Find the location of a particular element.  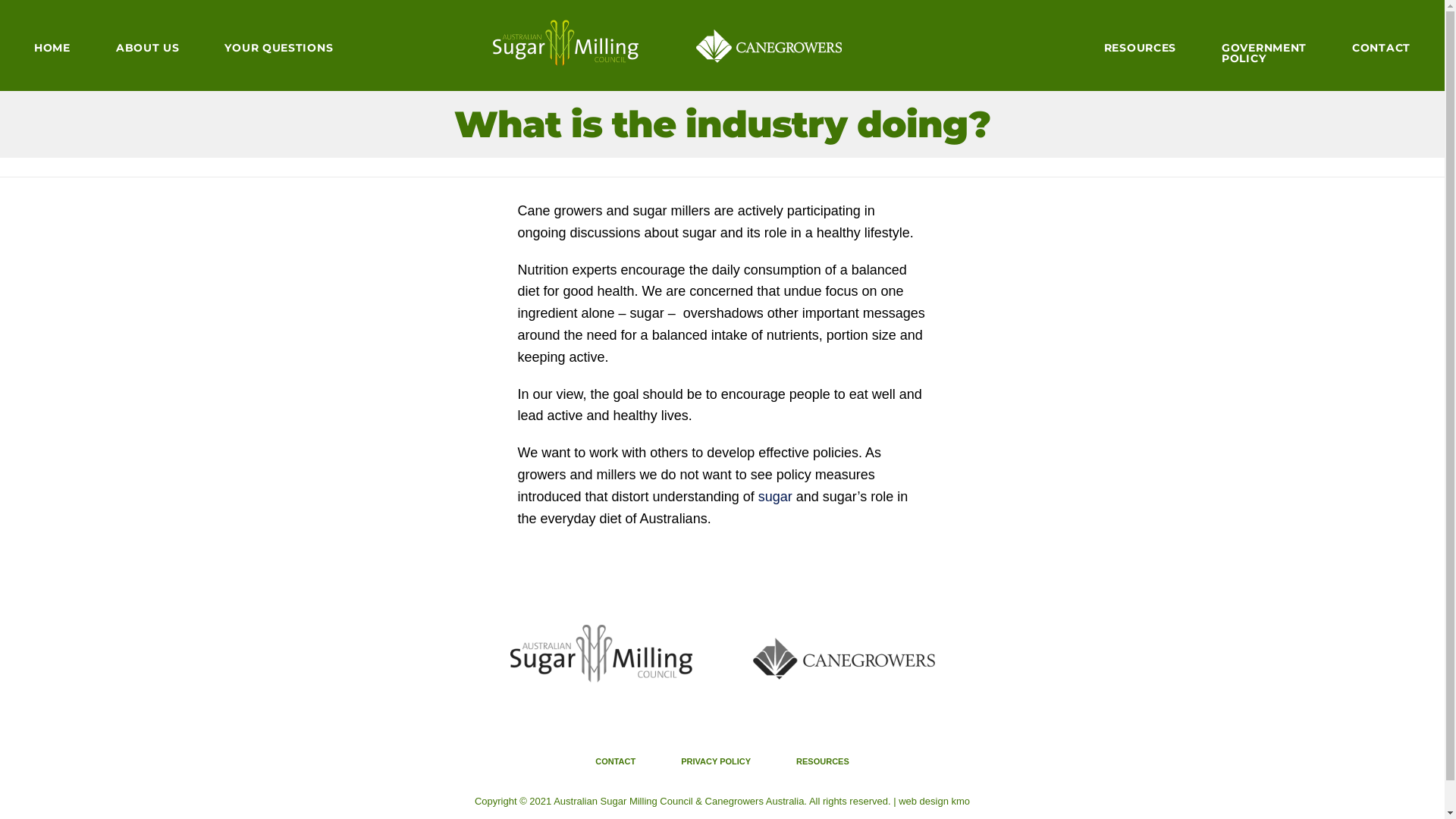

'sugar' is located at coordinates (775, 497).